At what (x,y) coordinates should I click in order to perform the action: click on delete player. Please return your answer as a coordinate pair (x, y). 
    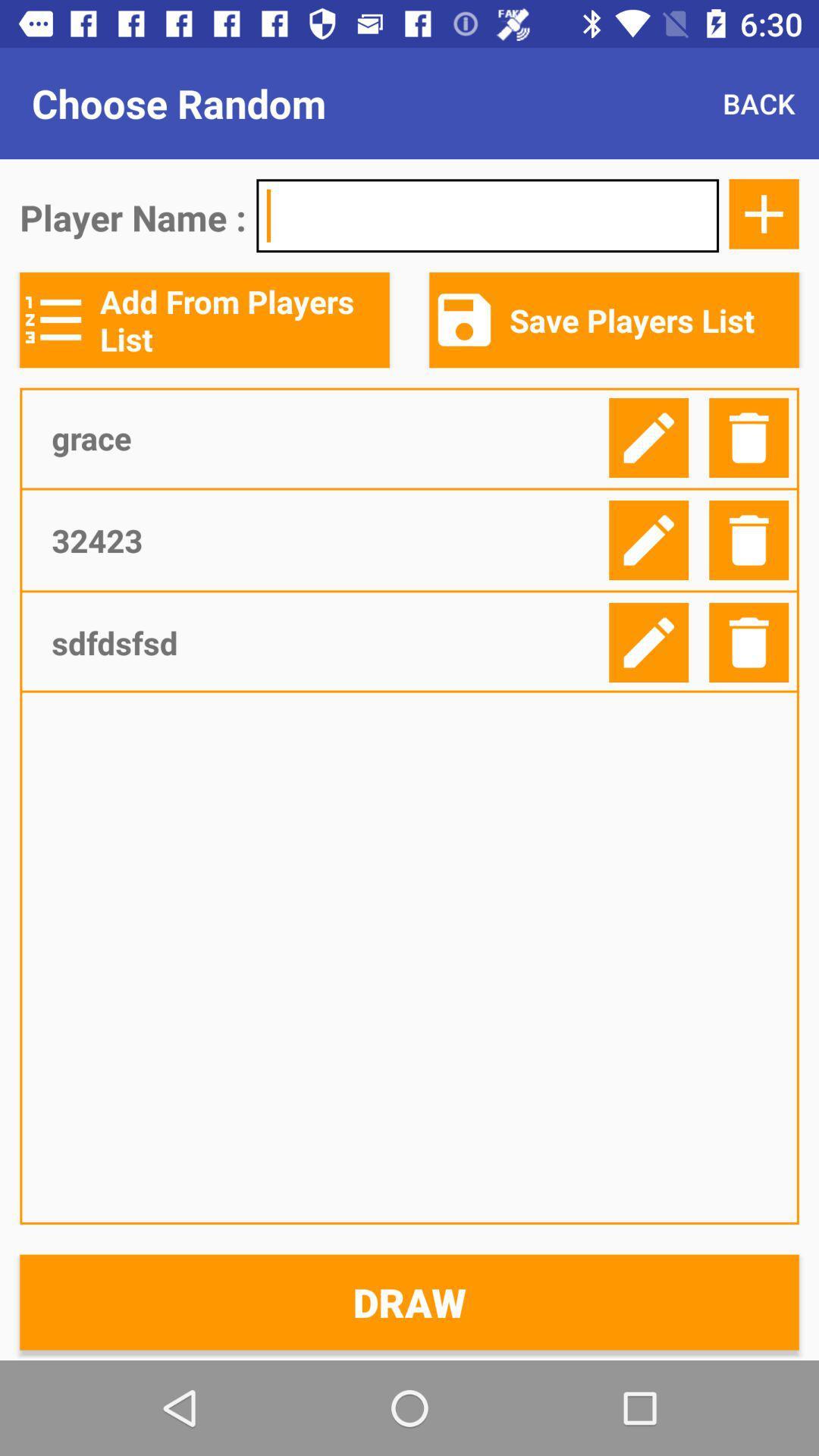
    Looking at the image, I should click on (748, 642).